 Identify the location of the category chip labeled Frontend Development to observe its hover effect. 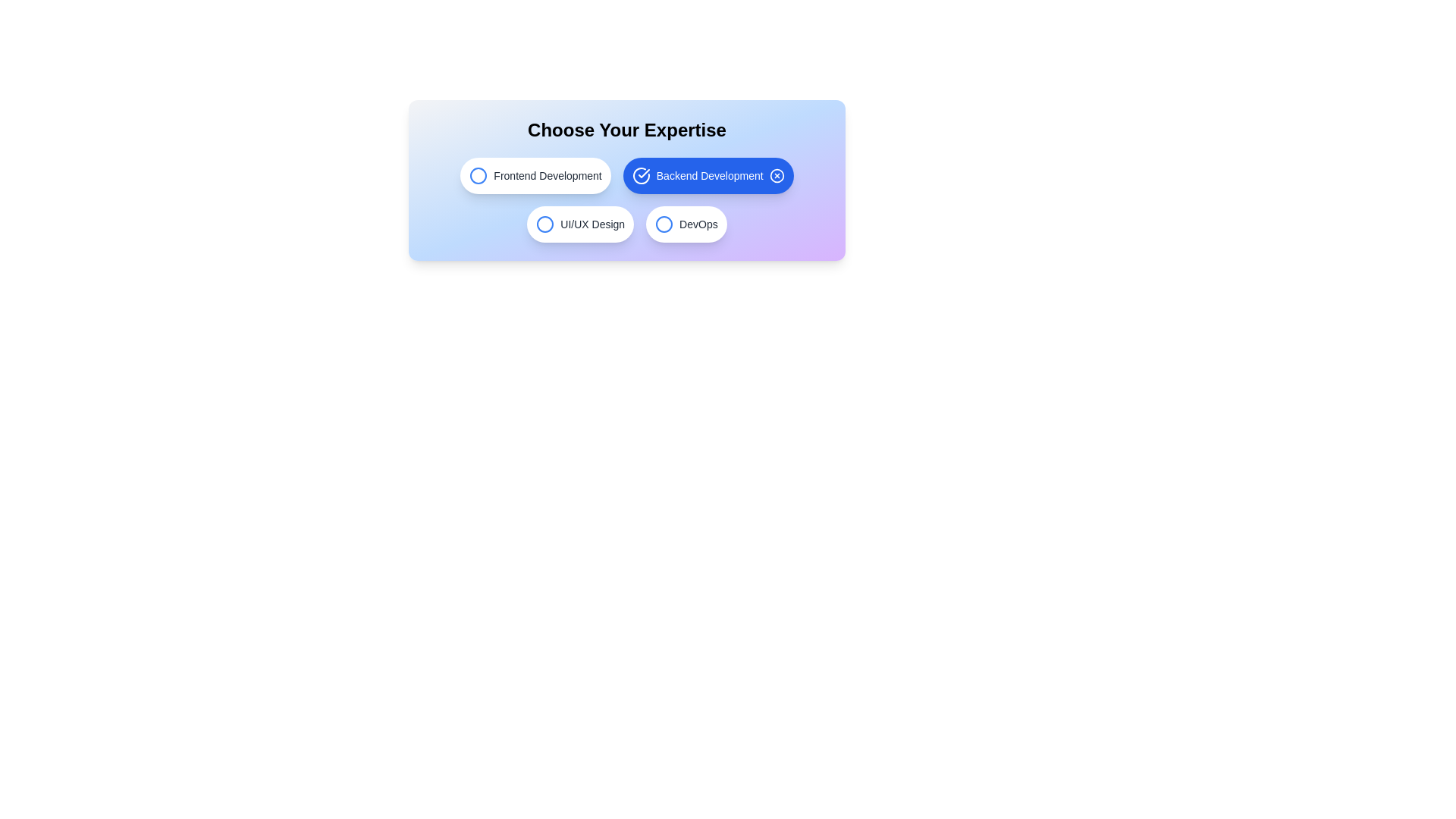
(535, 174).